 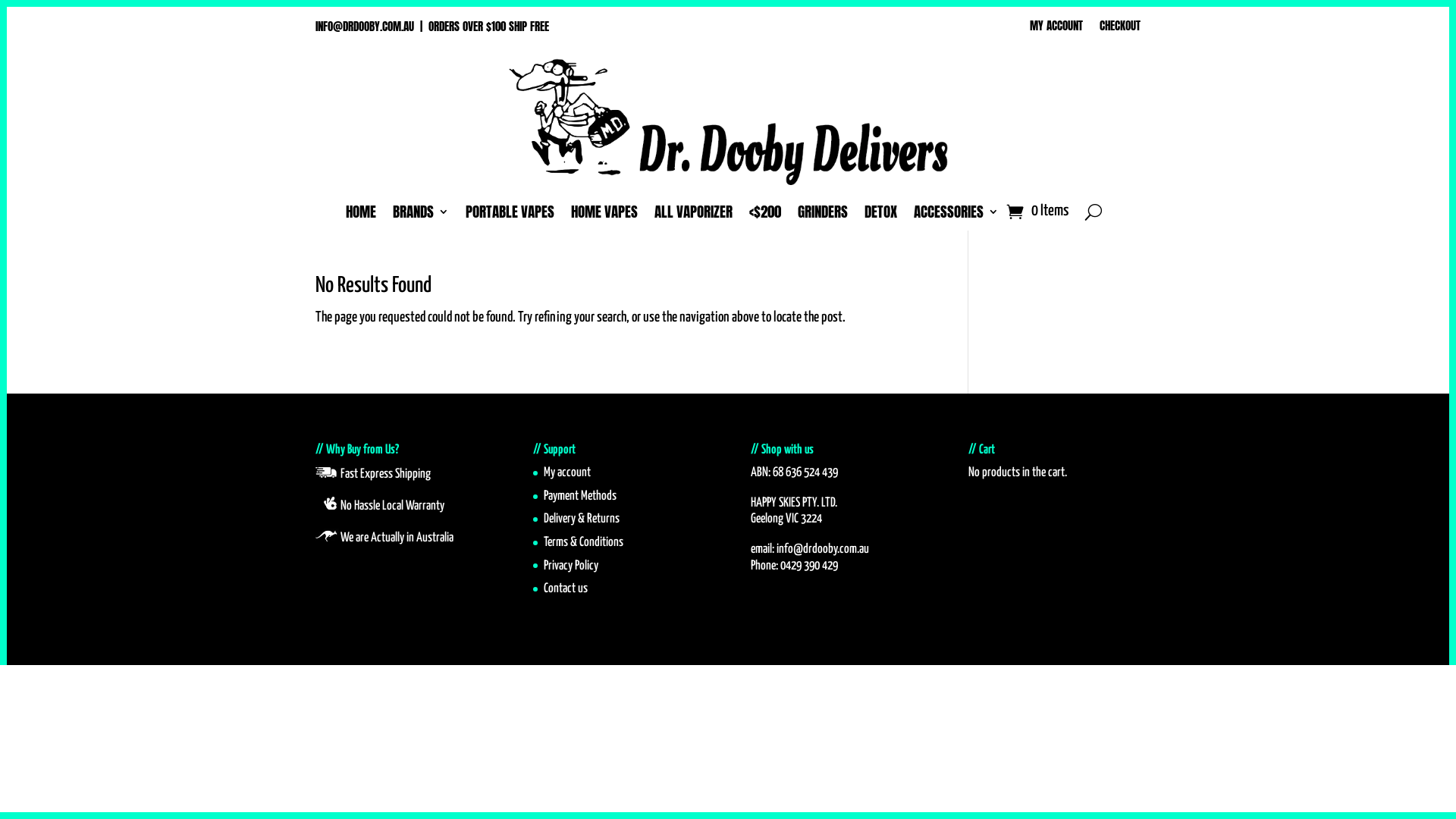 What do you see at coordinates (749, 214) in the screenshot?
I see `'<$200'` at bounding box center [749, 214].